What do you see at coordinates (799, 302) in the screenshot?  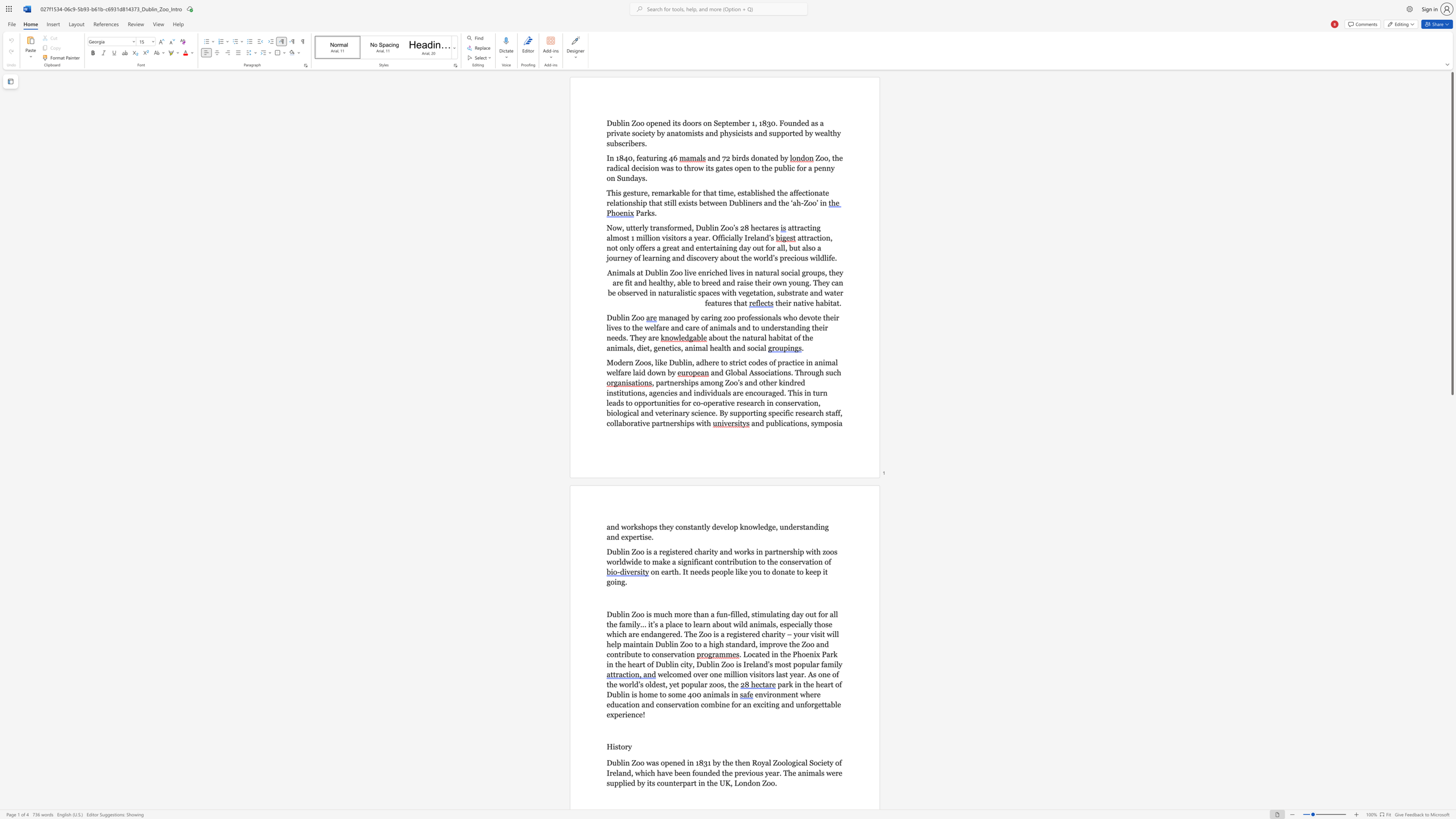 I see `the 1th character "a" in the text` at bounding box center [799, 302].